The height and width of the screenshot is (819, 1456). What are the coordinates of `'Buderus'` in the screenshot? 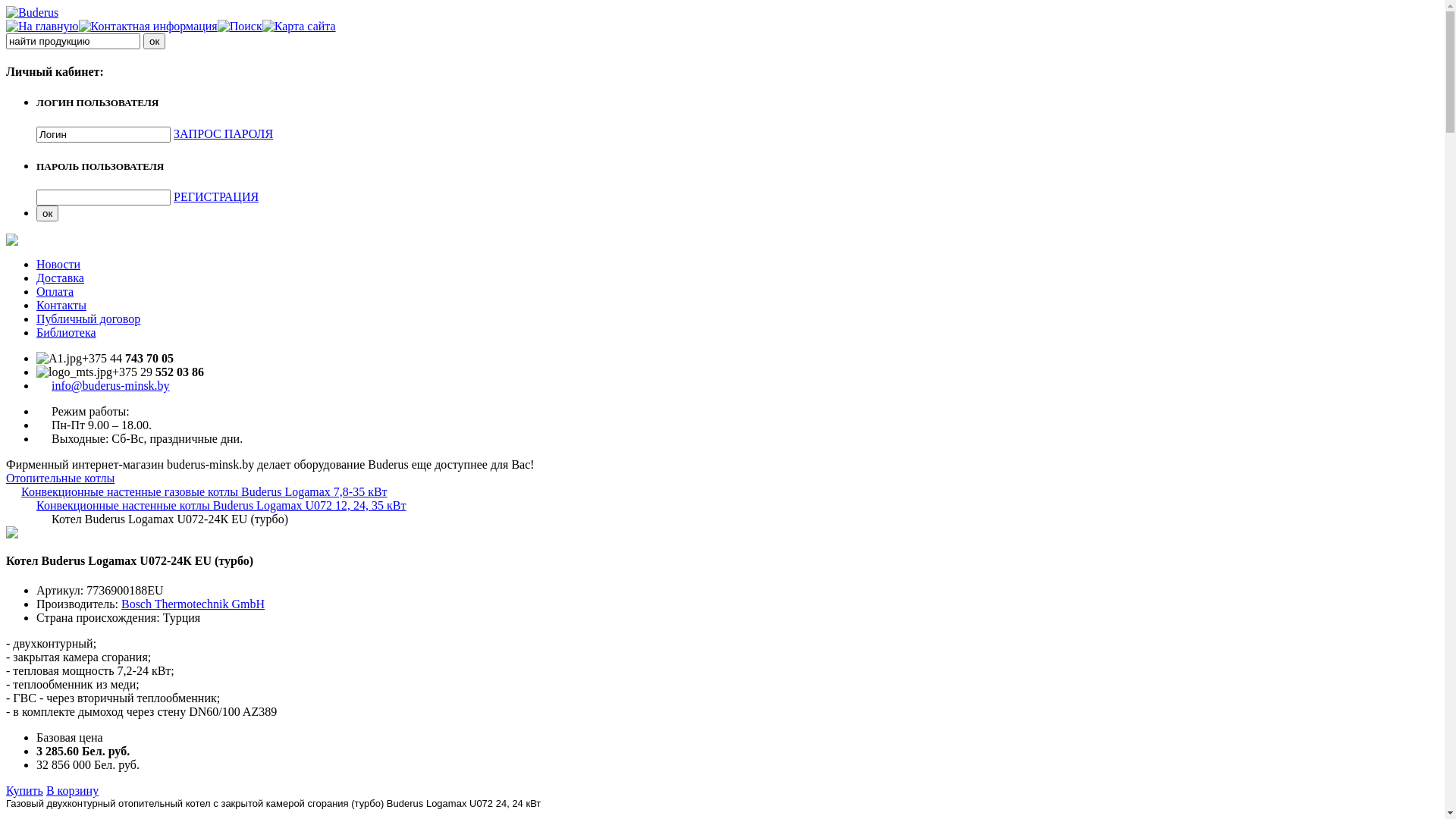 It's located at (32, 12).